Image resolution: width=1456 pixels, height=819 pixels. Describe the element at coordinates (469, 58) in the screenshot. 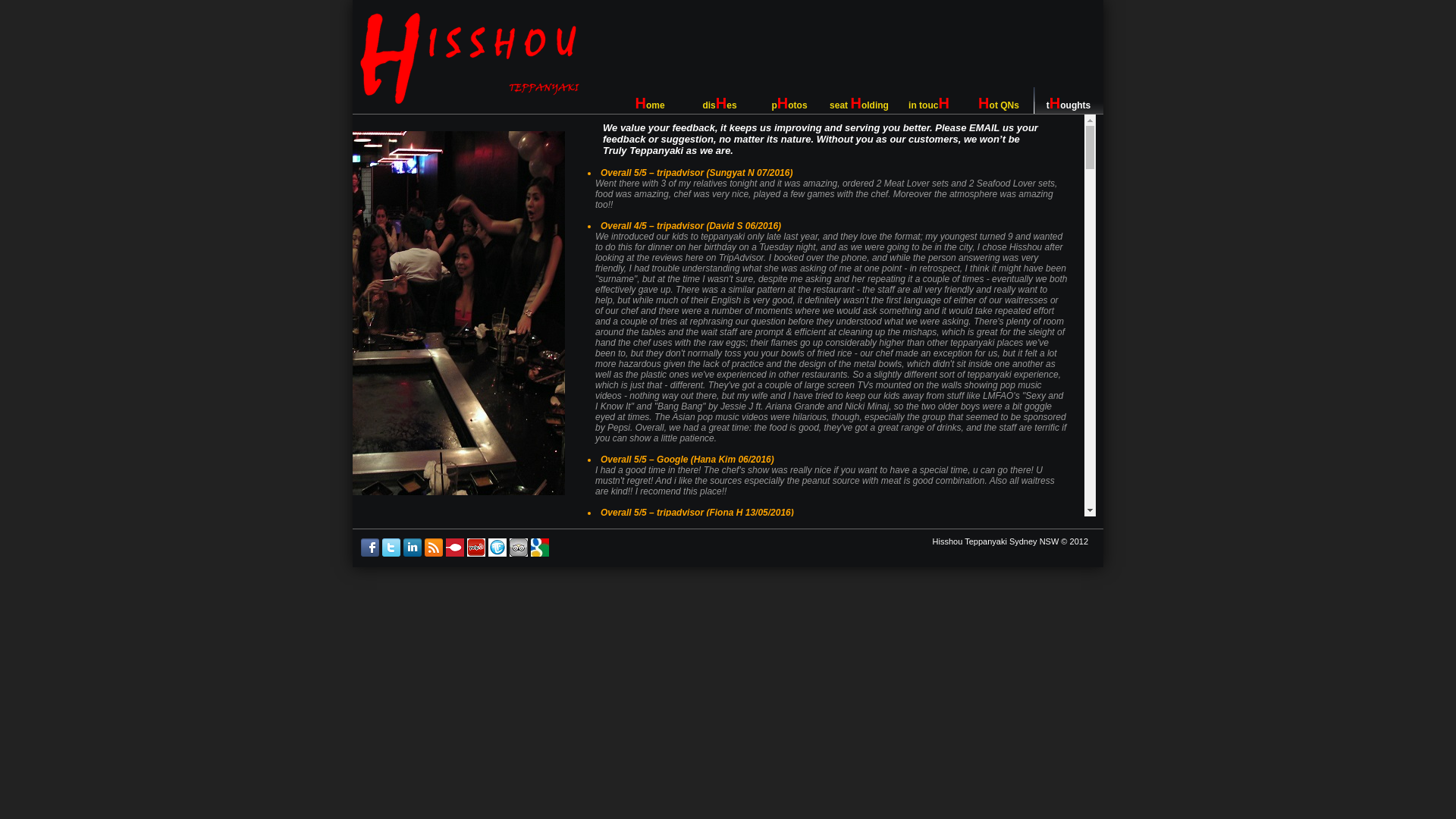

I see `'HISSHOU Teppanyaki'` at that location.